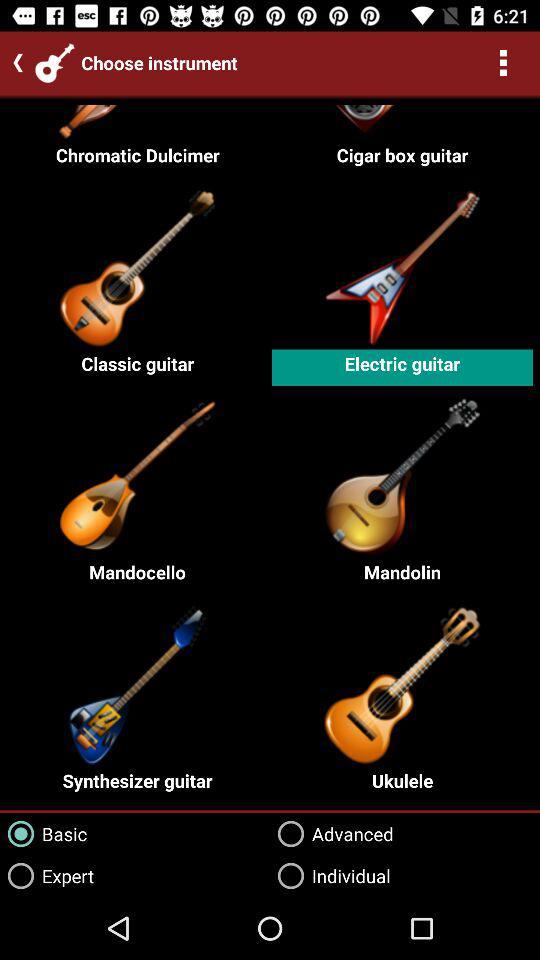 This screenshot has height=960, width=540. What do you see at coordinates (13, 62) in the screenshot?
I see `the arrow_backward icon` at bounding box center [13, 62].